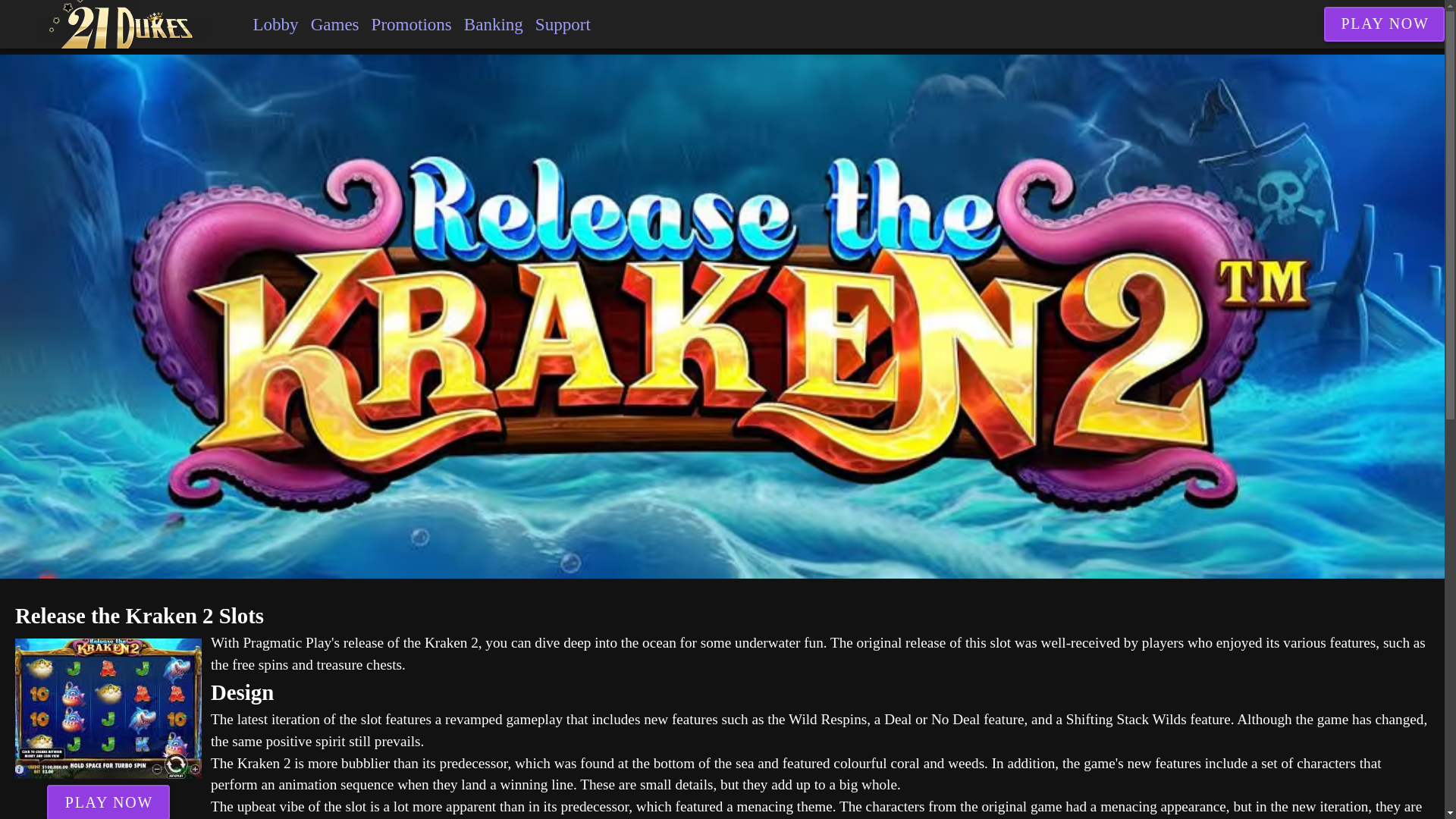 The height and width of the screenshot is (819, 1456). What do you see at coordinates (304, 24) in the screenshot?
I see `'Games'` at bounding box center [304, 24].